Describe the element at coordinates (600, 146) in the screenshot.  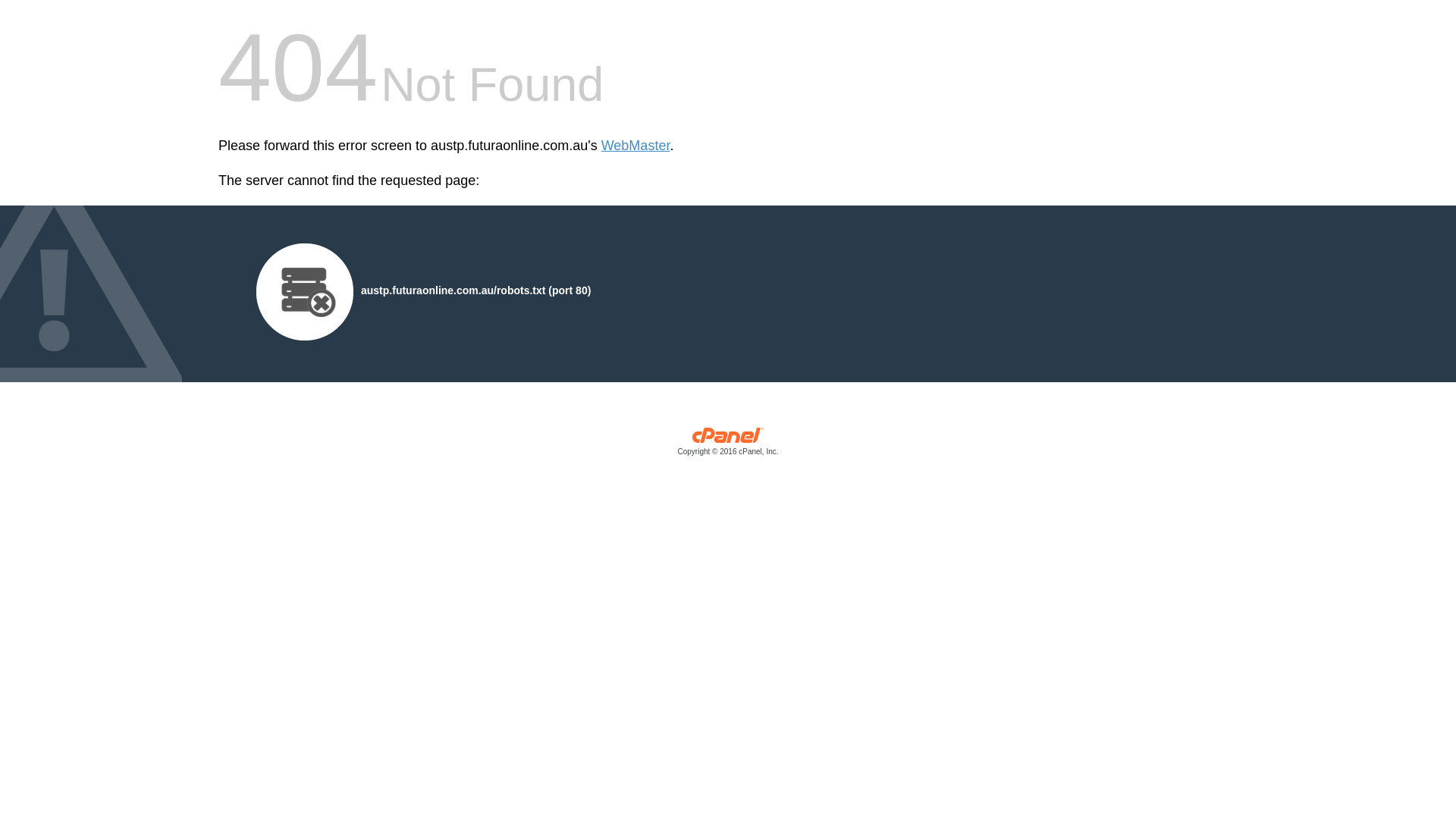
I see `'WebMaster'` at that location.